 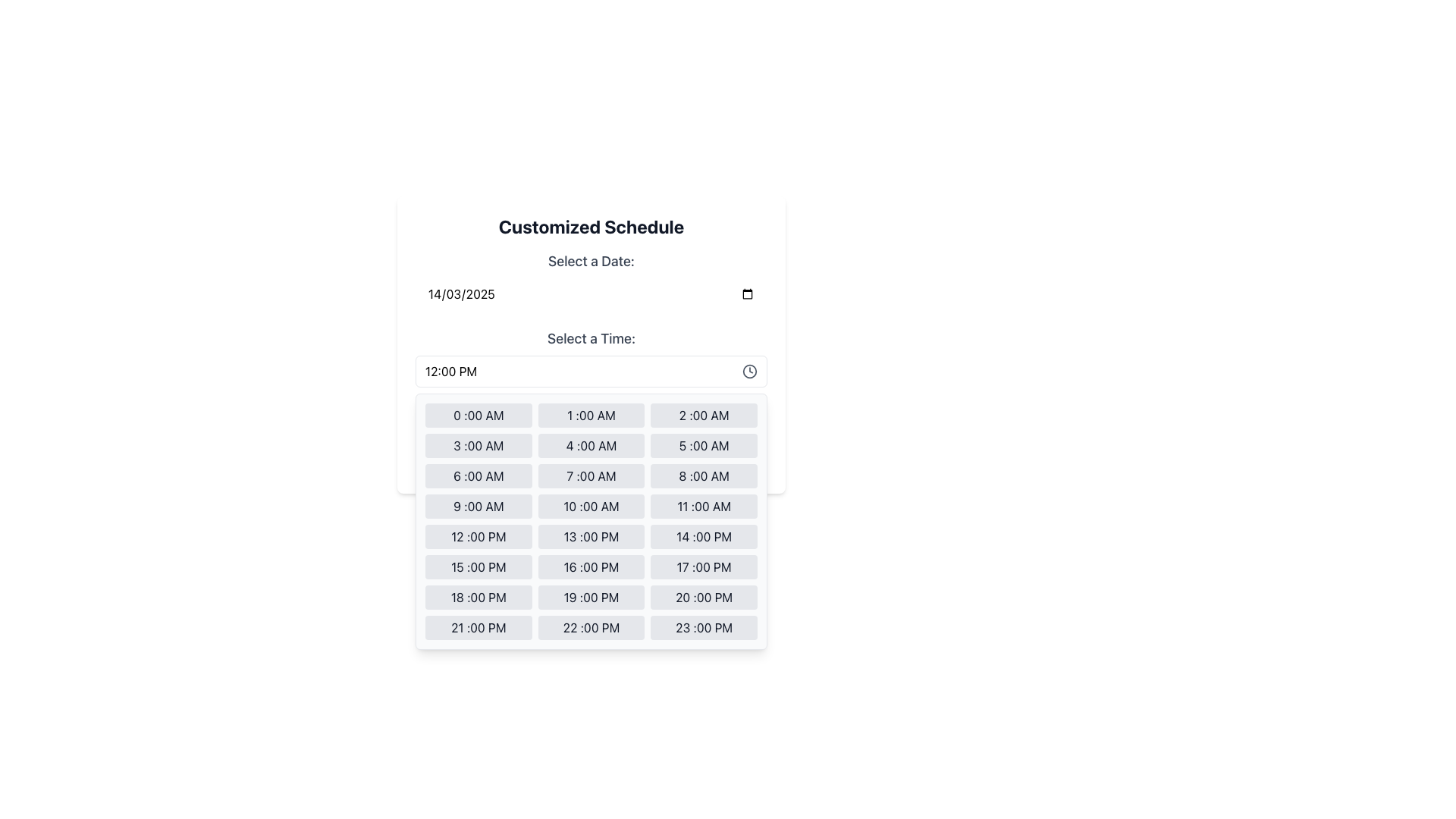 I want to click on the date picker input field styled with rounded corners and a placeholder displaying '14/03/2025', so click(x=590, y=294).